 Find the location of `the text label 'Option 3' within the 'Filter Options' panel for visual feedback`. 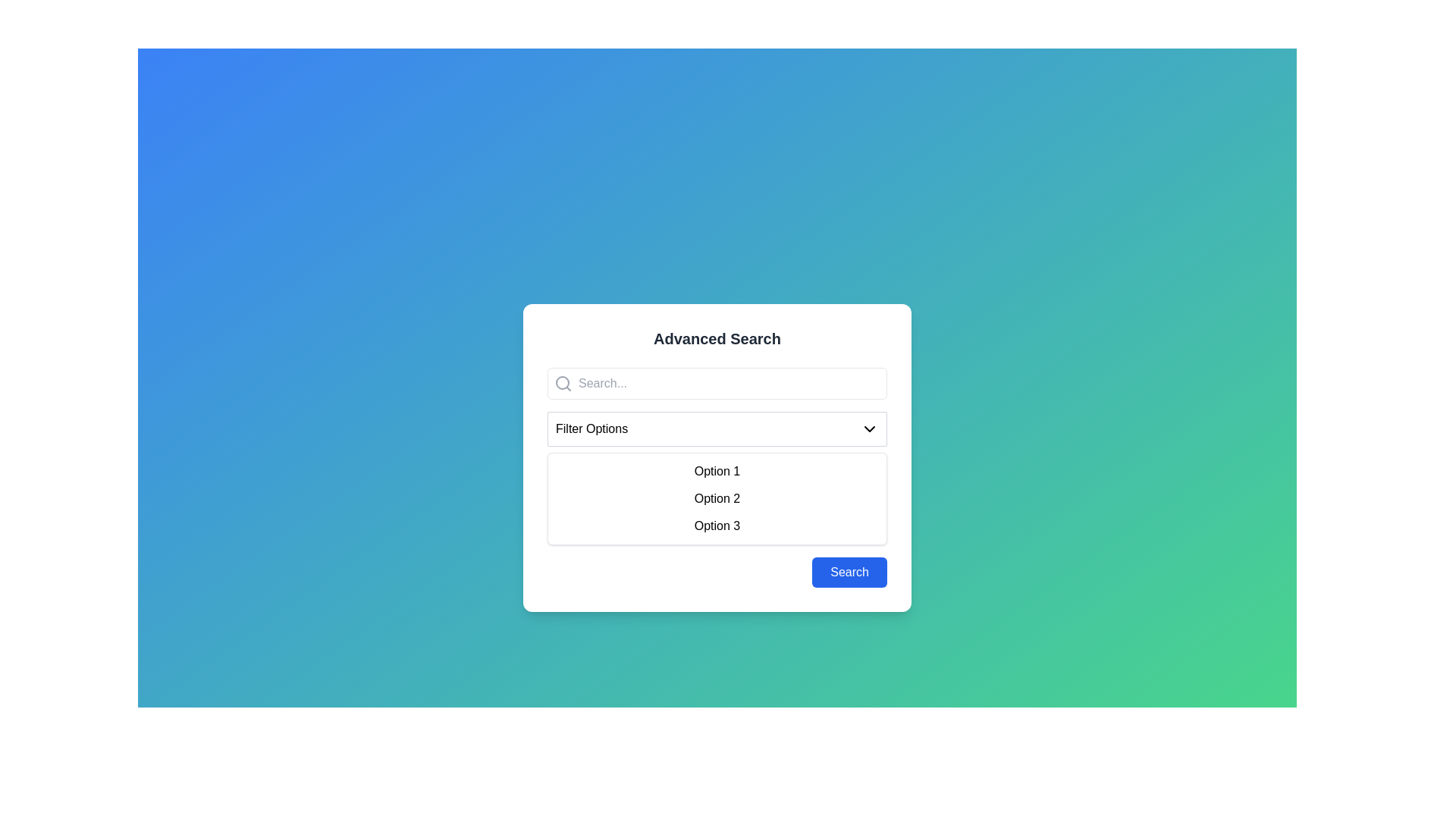

the text label 'Option 3' within the 'Filter Options' panel for visual feedback is located at coordinates (716, 526).